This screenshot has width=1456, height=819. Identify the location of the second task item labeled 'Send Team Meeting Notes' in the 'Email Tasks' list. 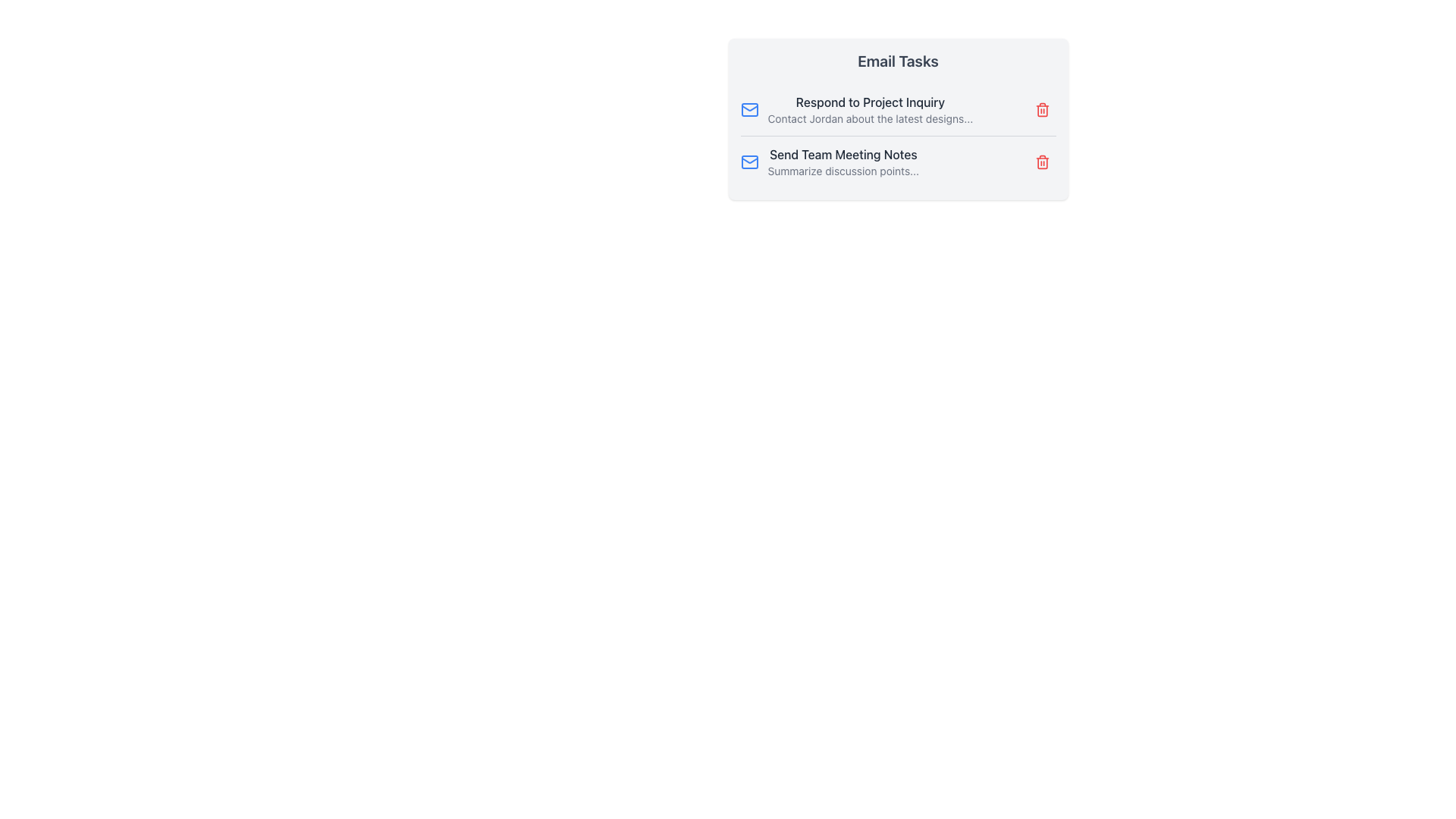
(843, 162).